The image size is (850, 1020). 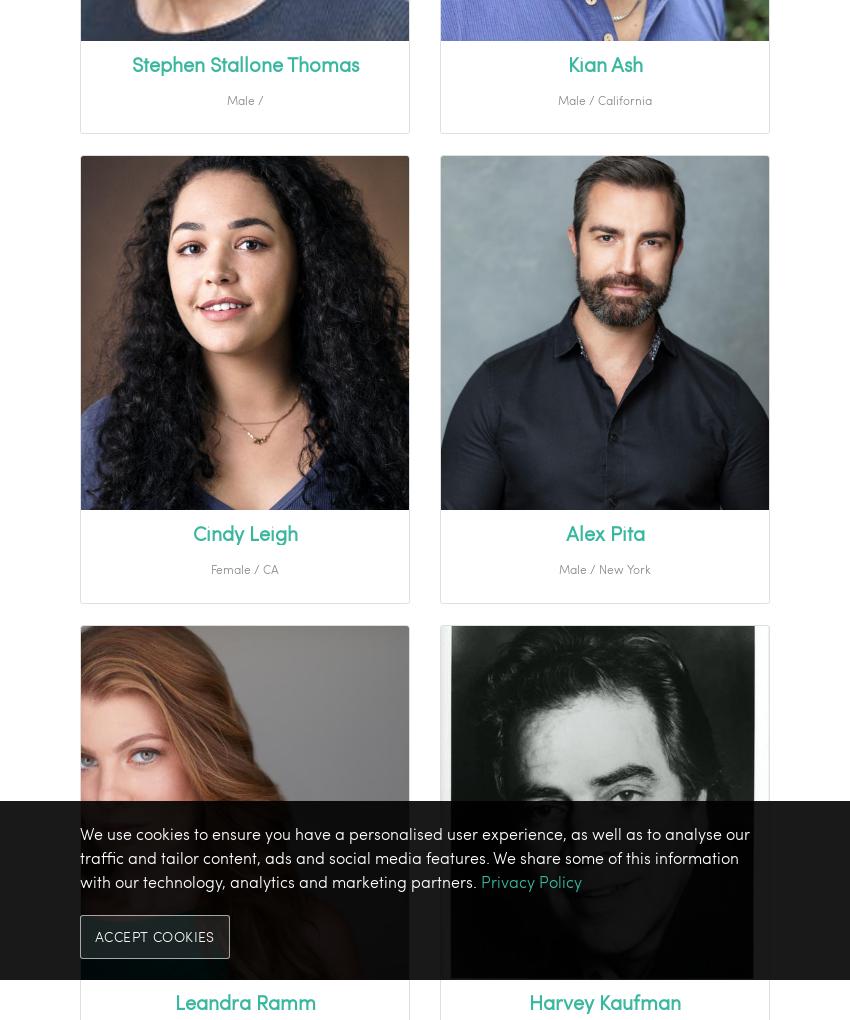 I want to click on 'Privacy Policy', so click(x=530, y=880).